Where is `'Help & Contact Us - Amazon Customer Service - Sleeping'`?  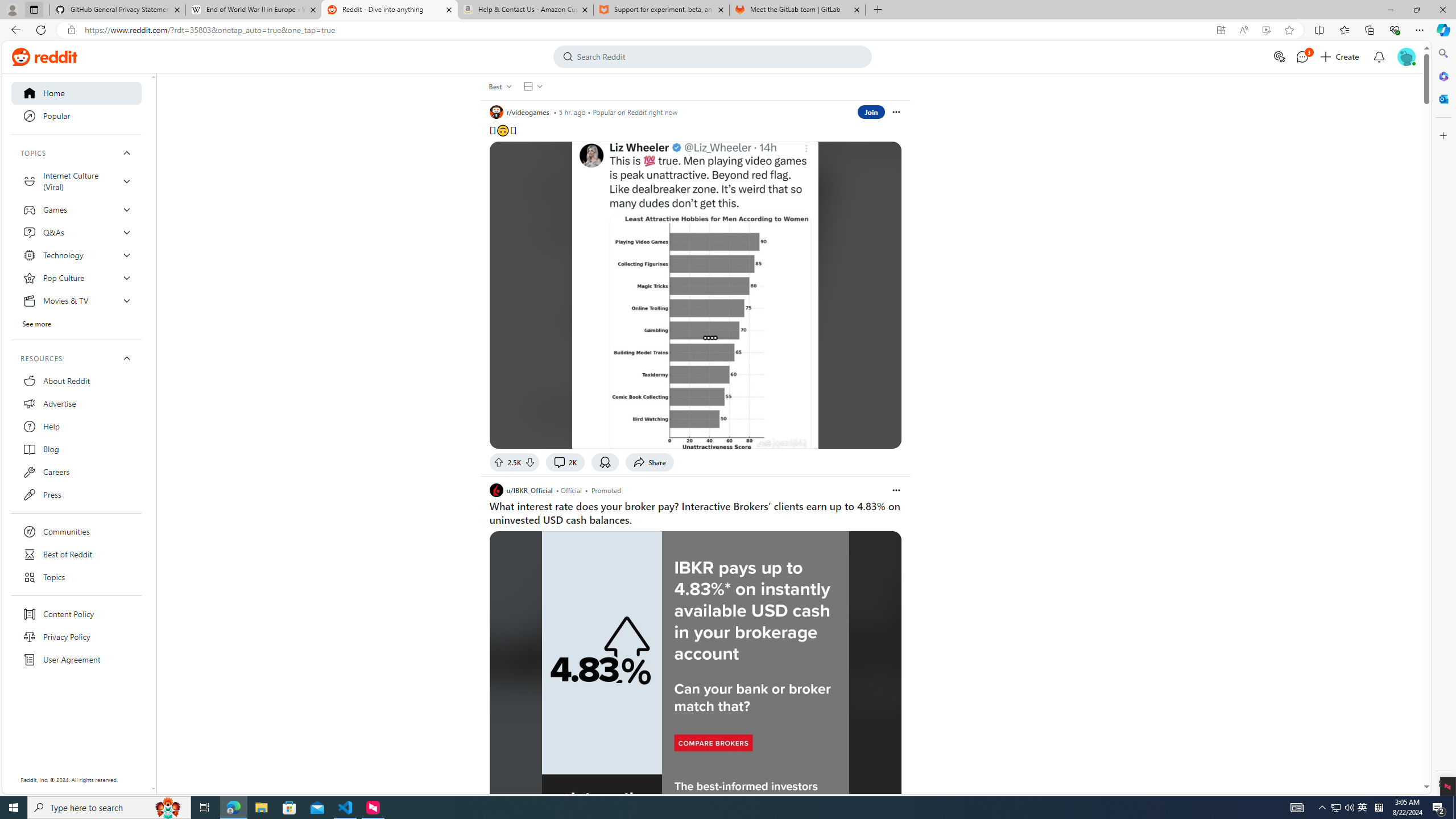 'Help & Contact Us - Amazon Customer Service - Sleeping' is located at coordinates (526, 9).